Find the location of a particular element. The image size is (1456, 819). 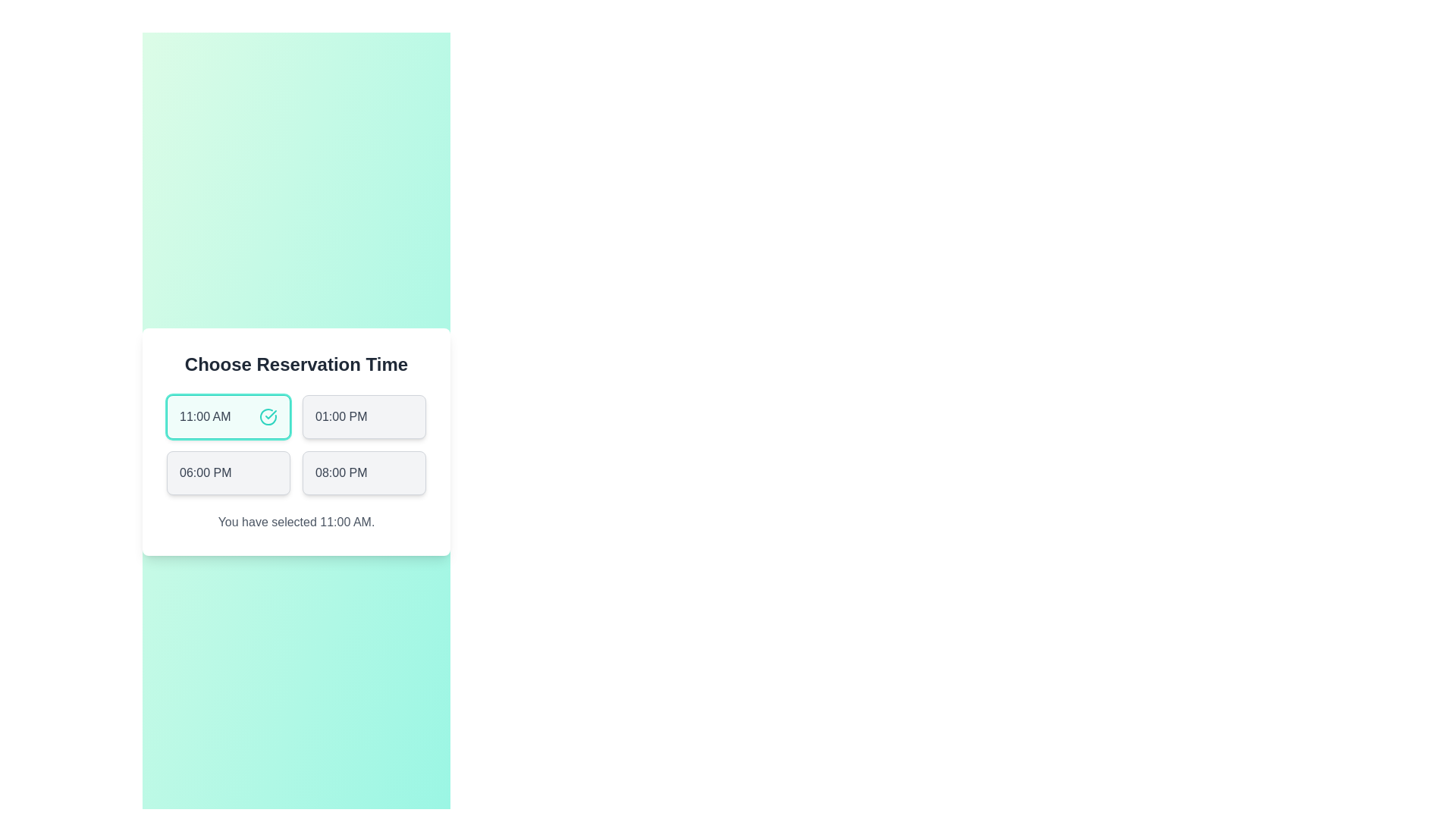

the teal button displaying '11:00 AM' with a checkmark icon is located at coordinates (227, 417).